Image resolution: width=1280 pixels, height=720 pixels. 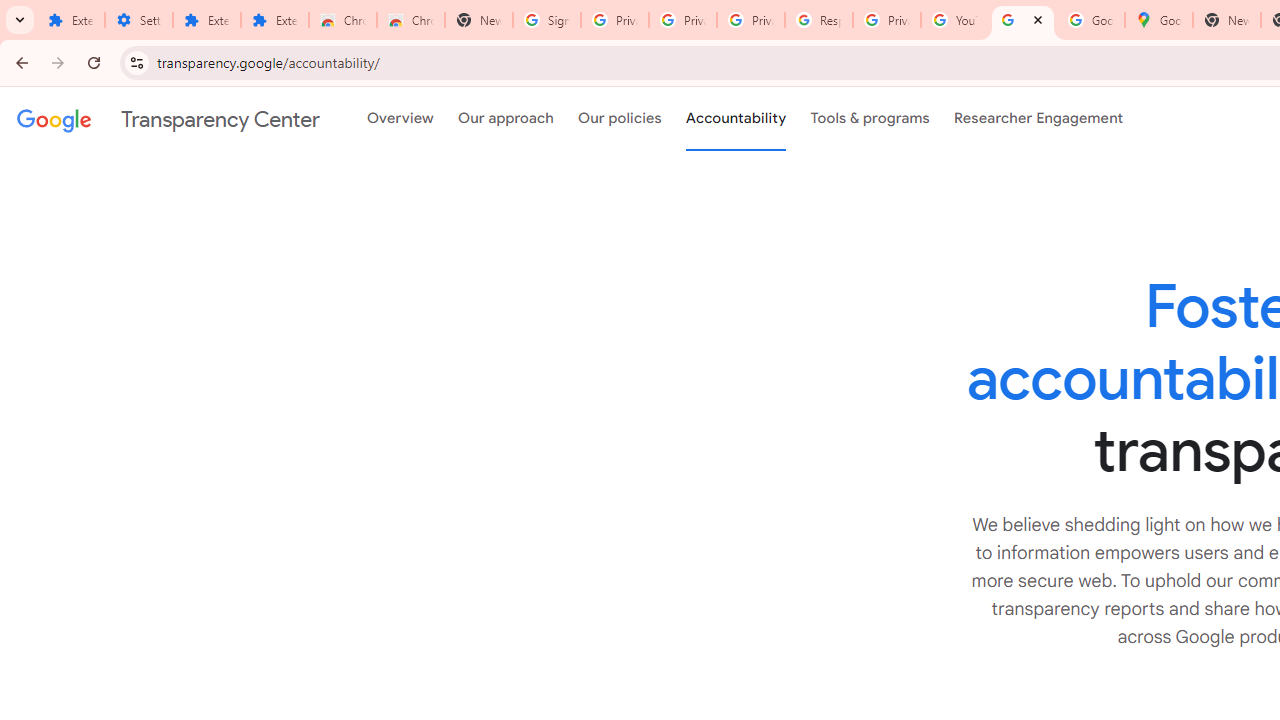 What do you see at coordinates (547, 20) in the screenshot?
I see `'Sign in - Google Accounts'` at bounding box center [547, 20].